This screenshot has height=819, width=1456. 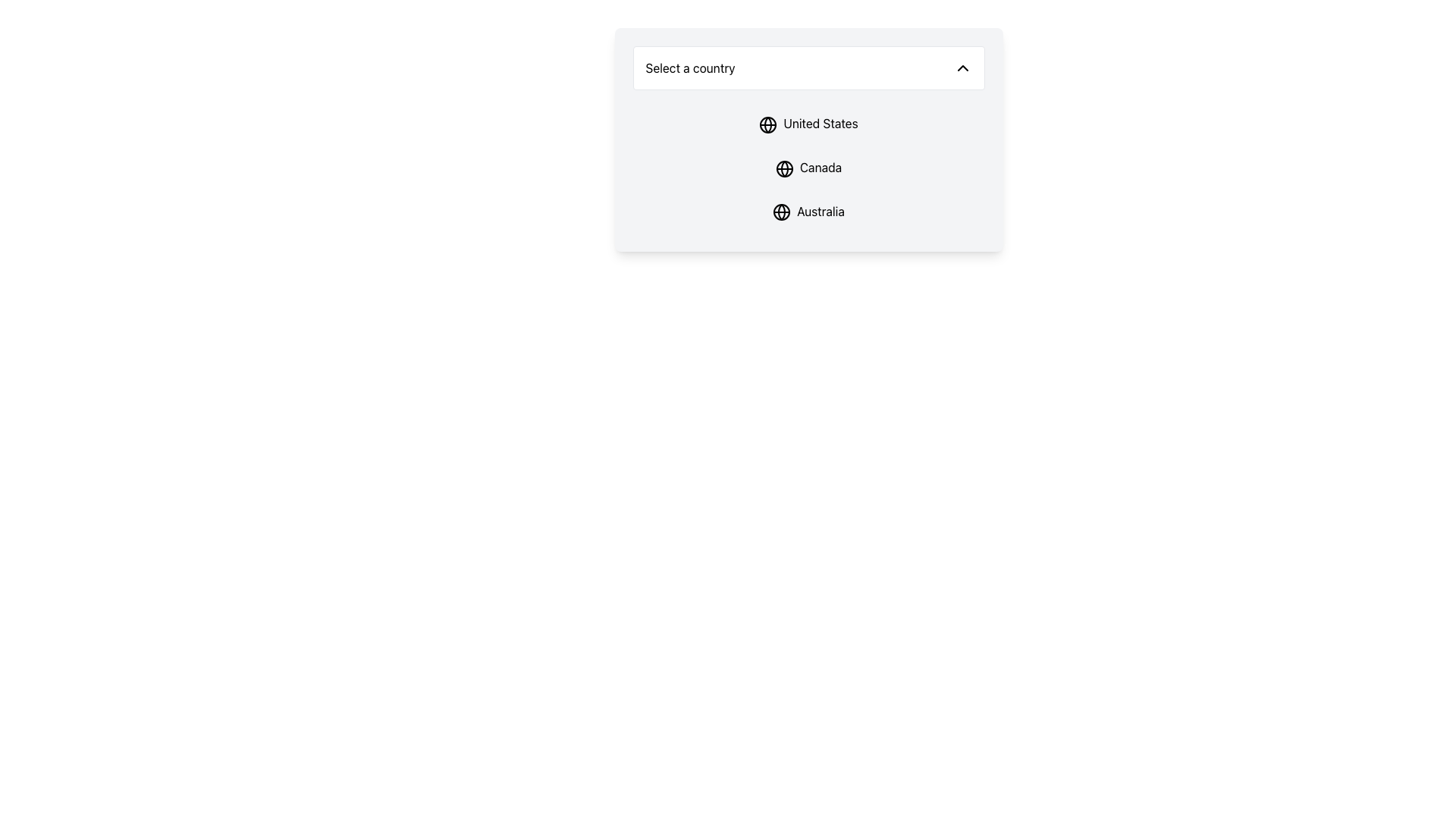 I want to click on the first circular vector graphic element in the SVG icon next to the text 'Canada' in the dropdown menu, so click(x=784, y=168).